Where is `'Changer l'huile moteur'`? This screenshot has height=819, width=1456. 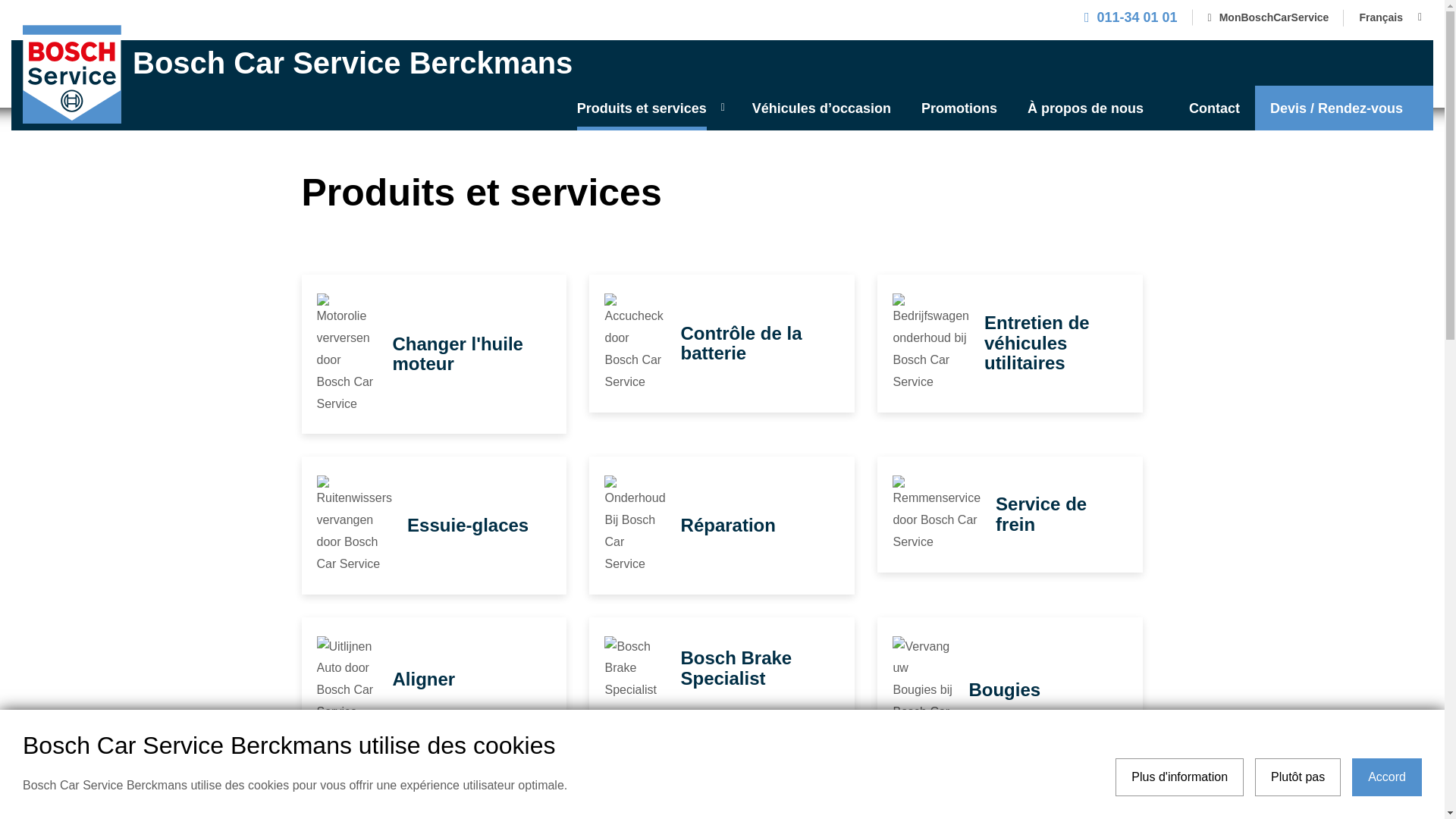
'Changer l'huile moteur' is located at coordinates (393, 353).